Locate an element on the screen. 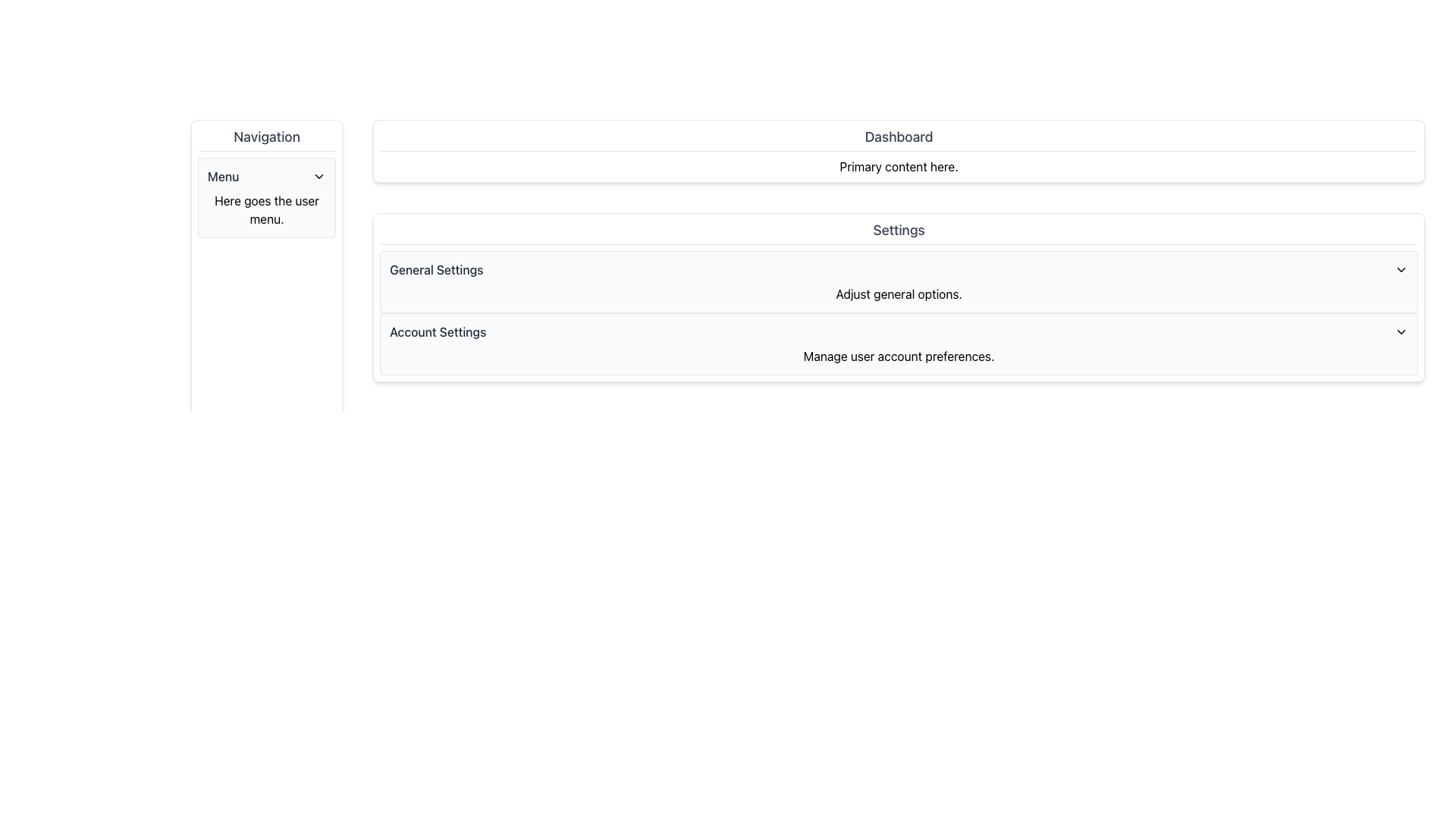 This screenshot has height=819, width=1456. the 'Menu' text label located in the left-side navigation panel, styled in medium font weight and dark gray color, positioned near the top of the panel, aligned with a dropdown arrow icon is located at coordinates (222, 175).